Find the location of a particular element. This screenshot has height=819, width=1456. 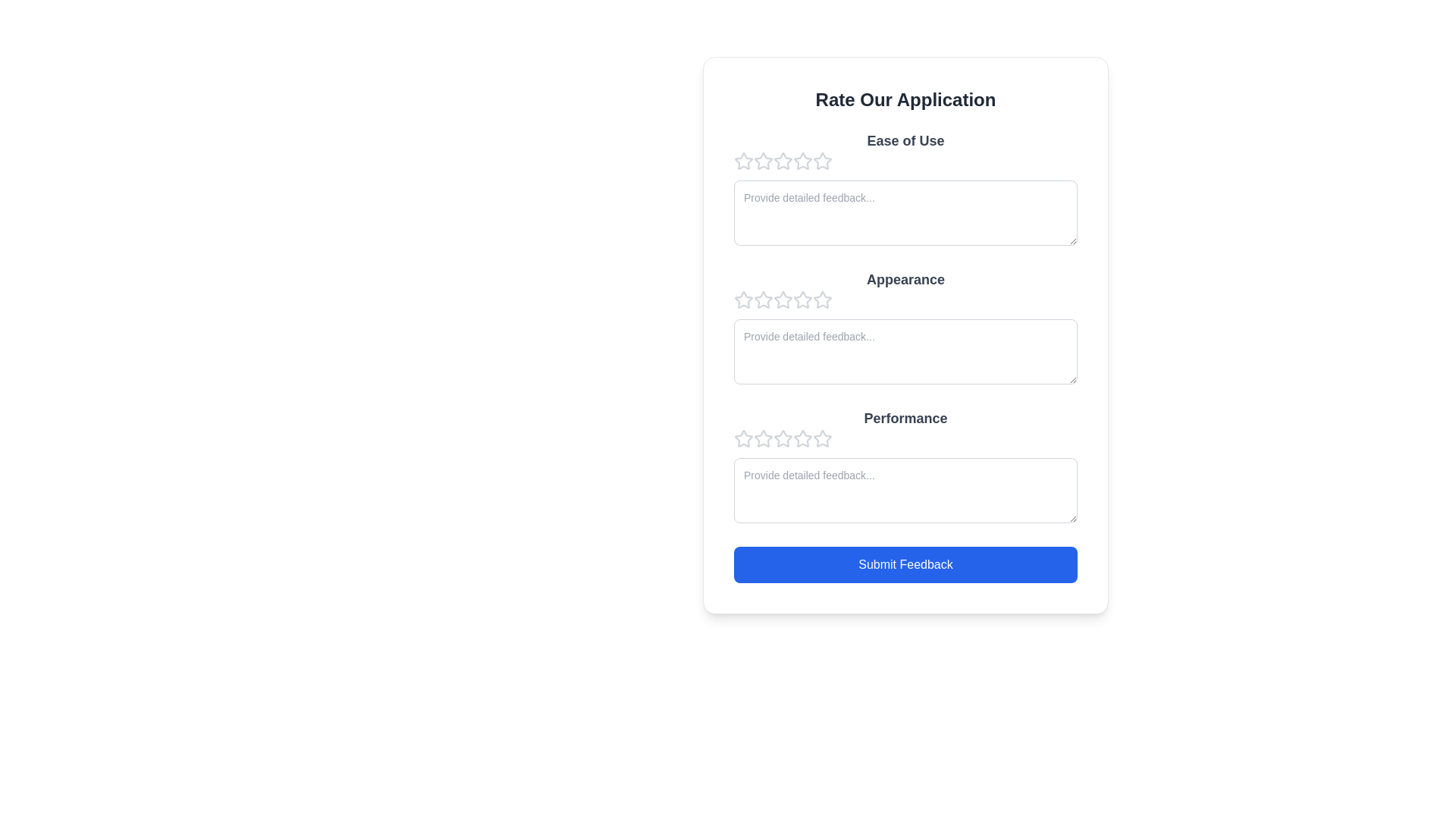

the 'Submit Feedback' button, which is a rectangular button with a blue background and white text, located at the bottom of the form below the 'Performance' feedback section is located at coordinates (905, 564).